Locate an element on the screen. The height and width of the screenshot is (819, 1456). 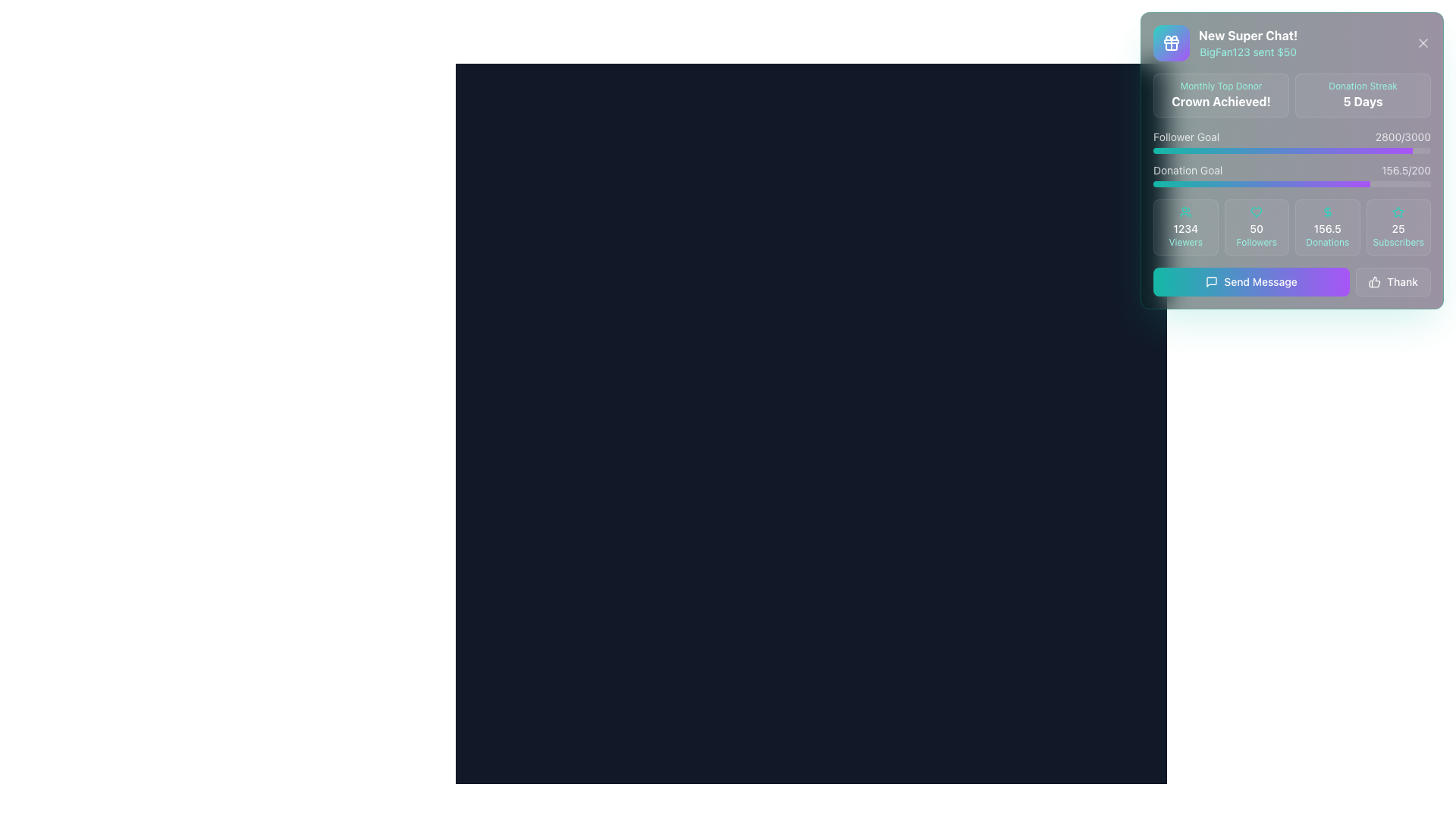
the message sending button located at the bottom left of the interface is located at coordinates (1291, 281).